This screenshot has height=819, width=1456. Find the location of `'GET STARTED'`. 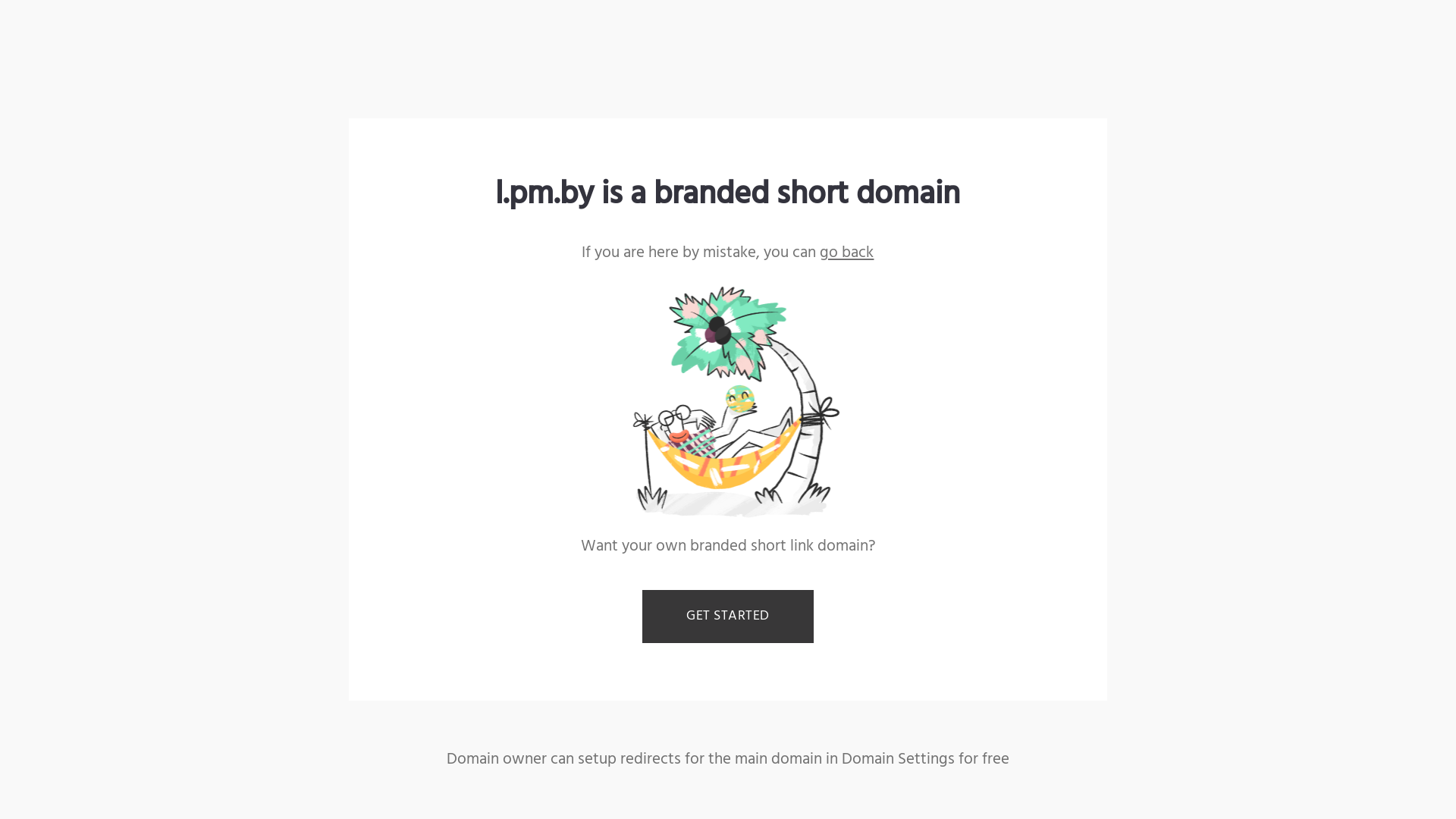

'GET STARTED' is located at coordinates (726, 617).